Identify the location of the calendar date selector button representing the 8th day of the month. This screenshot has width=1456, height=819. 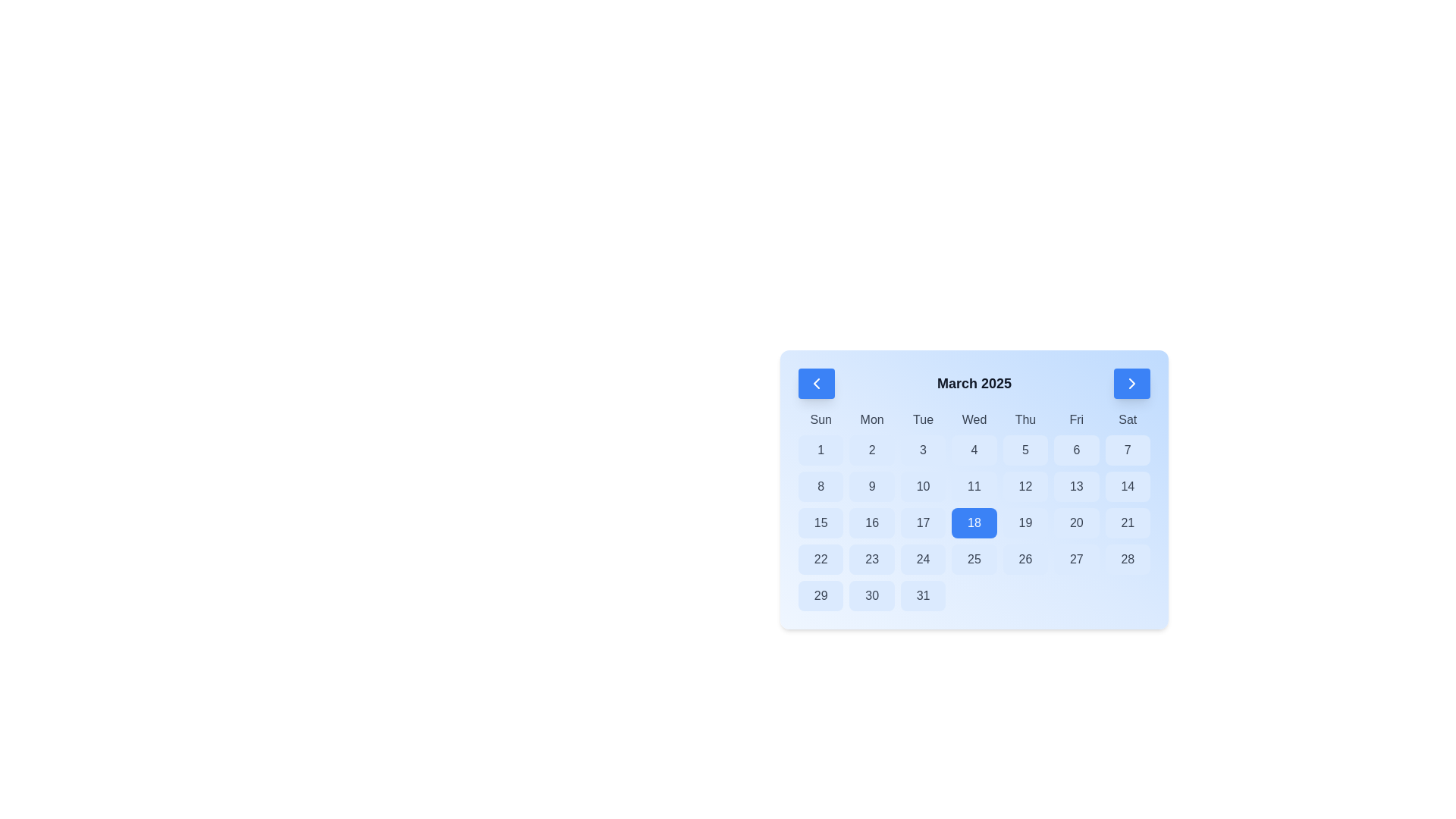
(820, 486).